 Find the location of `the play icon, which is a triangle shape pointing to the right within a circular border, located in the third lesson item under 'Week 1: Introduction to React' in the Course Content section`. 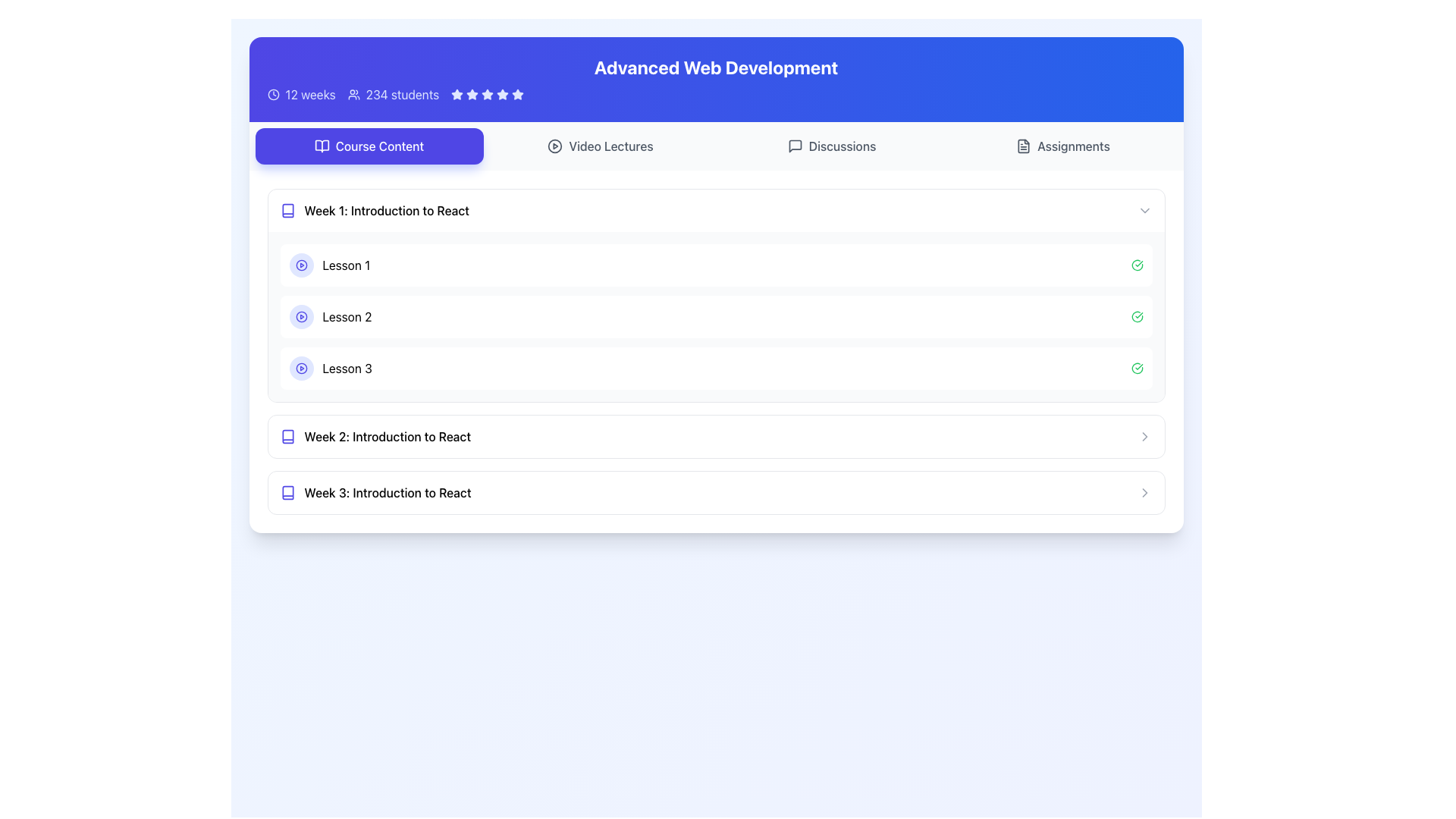

the play icon, which is a triangle shape pointing to the right within a circular border, located in the third lesson item under 'Week 1: Introduction to React' in the Course Content section is located at coordinates (301, 369).